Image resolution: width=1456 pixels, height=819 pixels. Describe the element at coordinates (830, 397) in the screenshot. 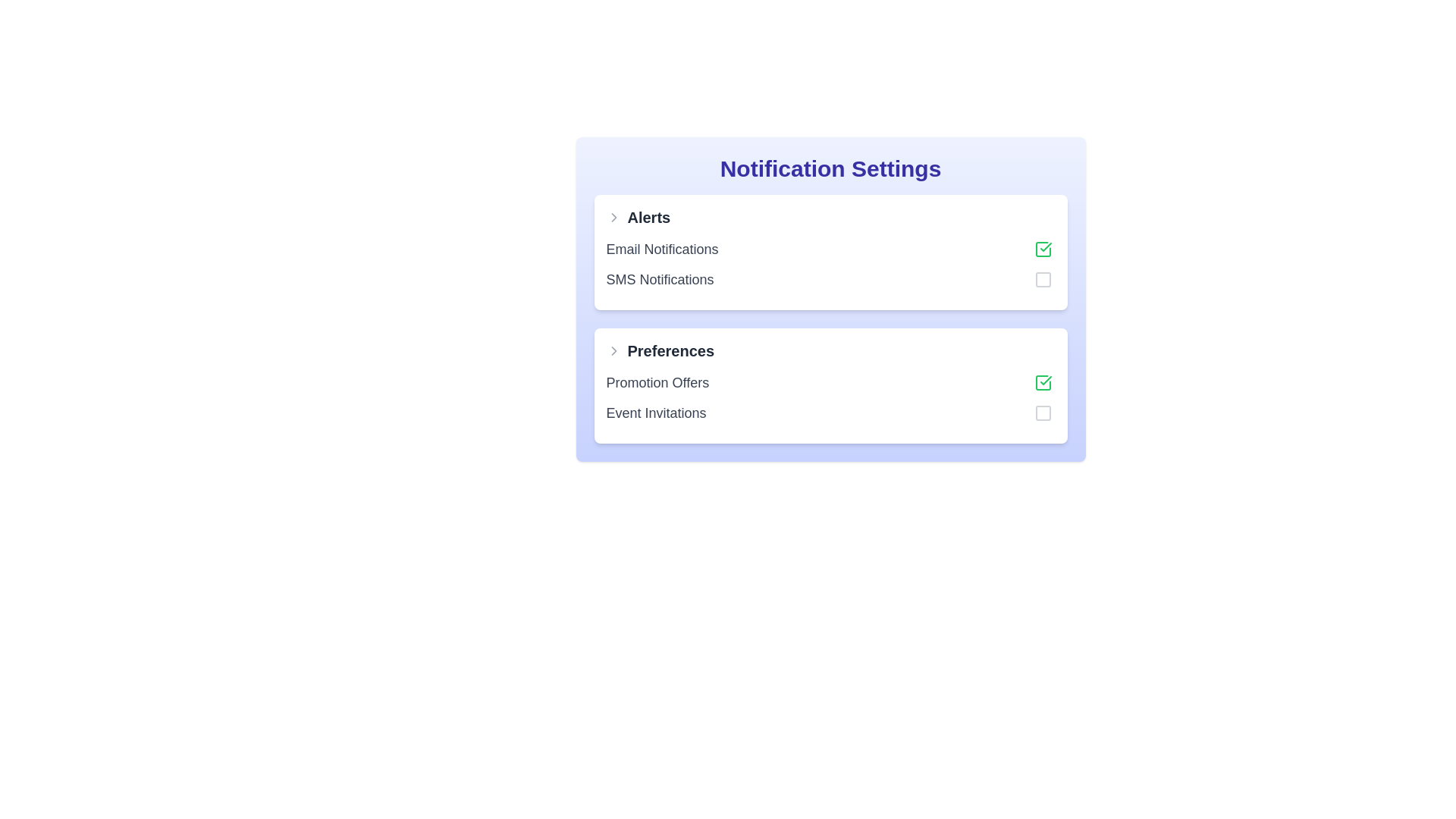

I see `the checkbox next to the 'Promotion Offers' title in the Preferences card` at that location.